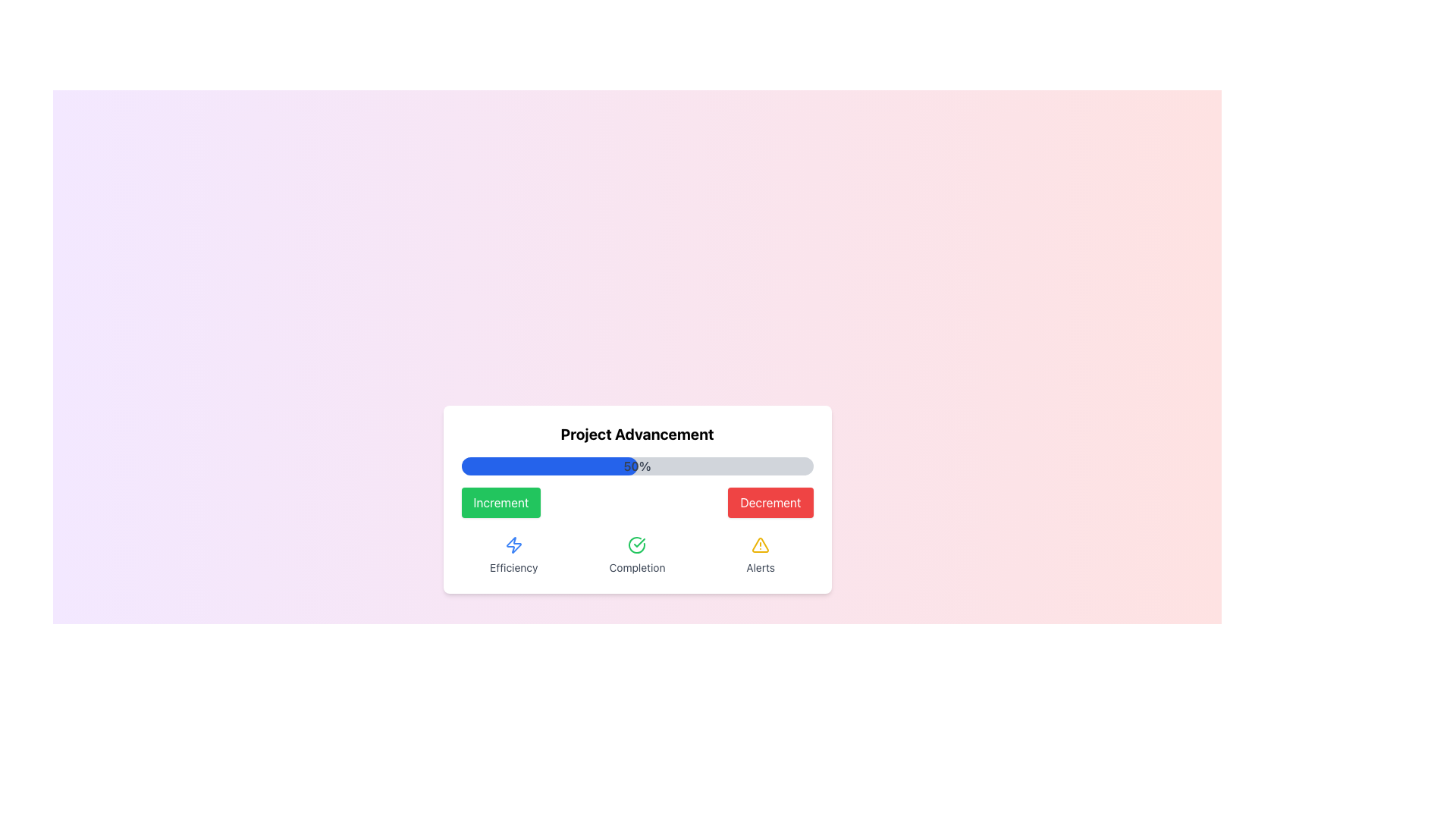 Image resolution: width=1456 pixels, height=819 pixels. I want to click on the efficiency icon located in the bottom center section of the interface, beneath the progress bar and centered horizontally relative to the 'Increment' and 'Decrement' buttons, so click(513, 544).